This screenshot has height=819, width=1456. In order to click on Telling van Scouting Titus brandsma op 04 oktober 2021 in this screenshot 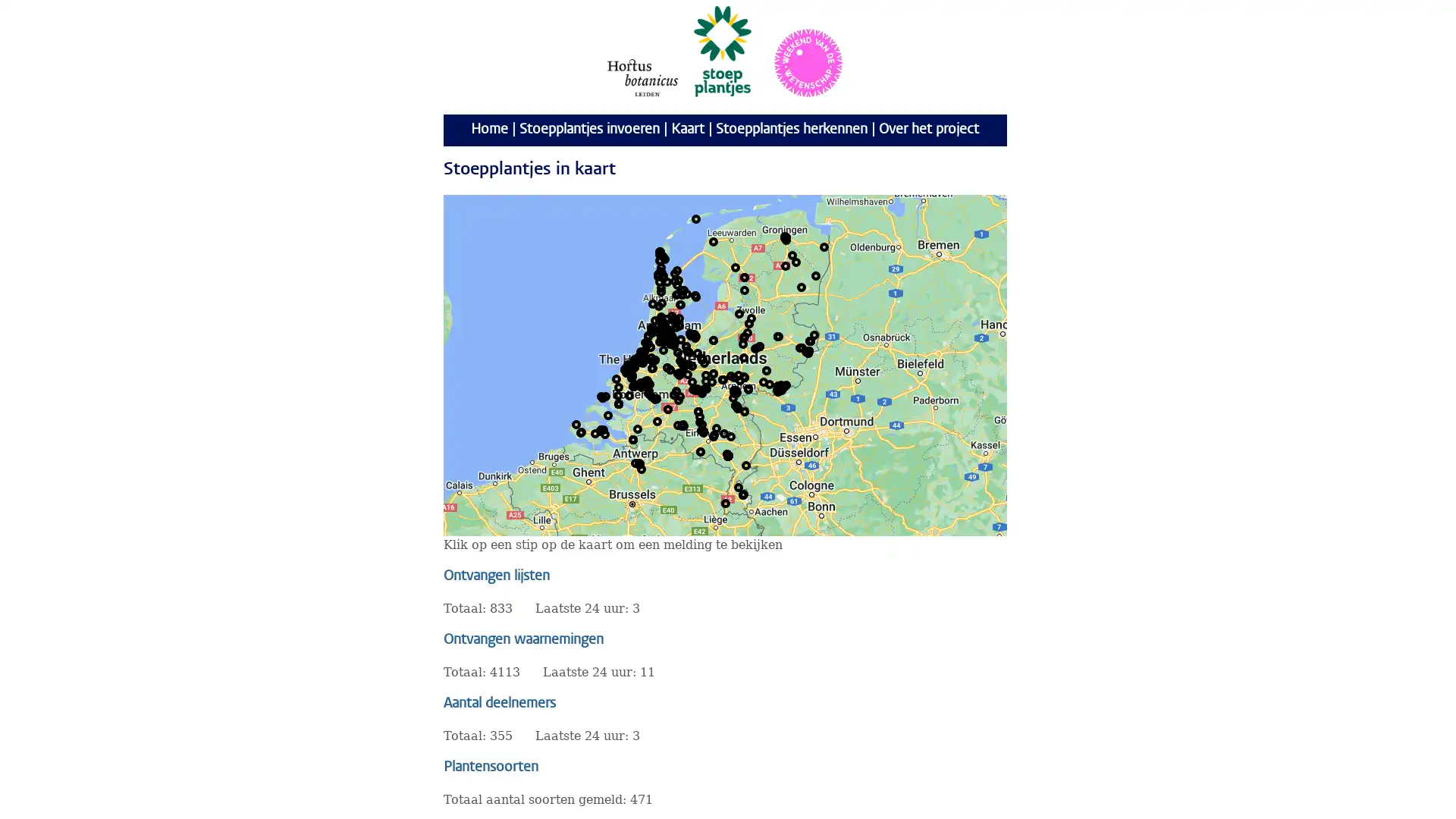, I will do `click(810, 339)`.